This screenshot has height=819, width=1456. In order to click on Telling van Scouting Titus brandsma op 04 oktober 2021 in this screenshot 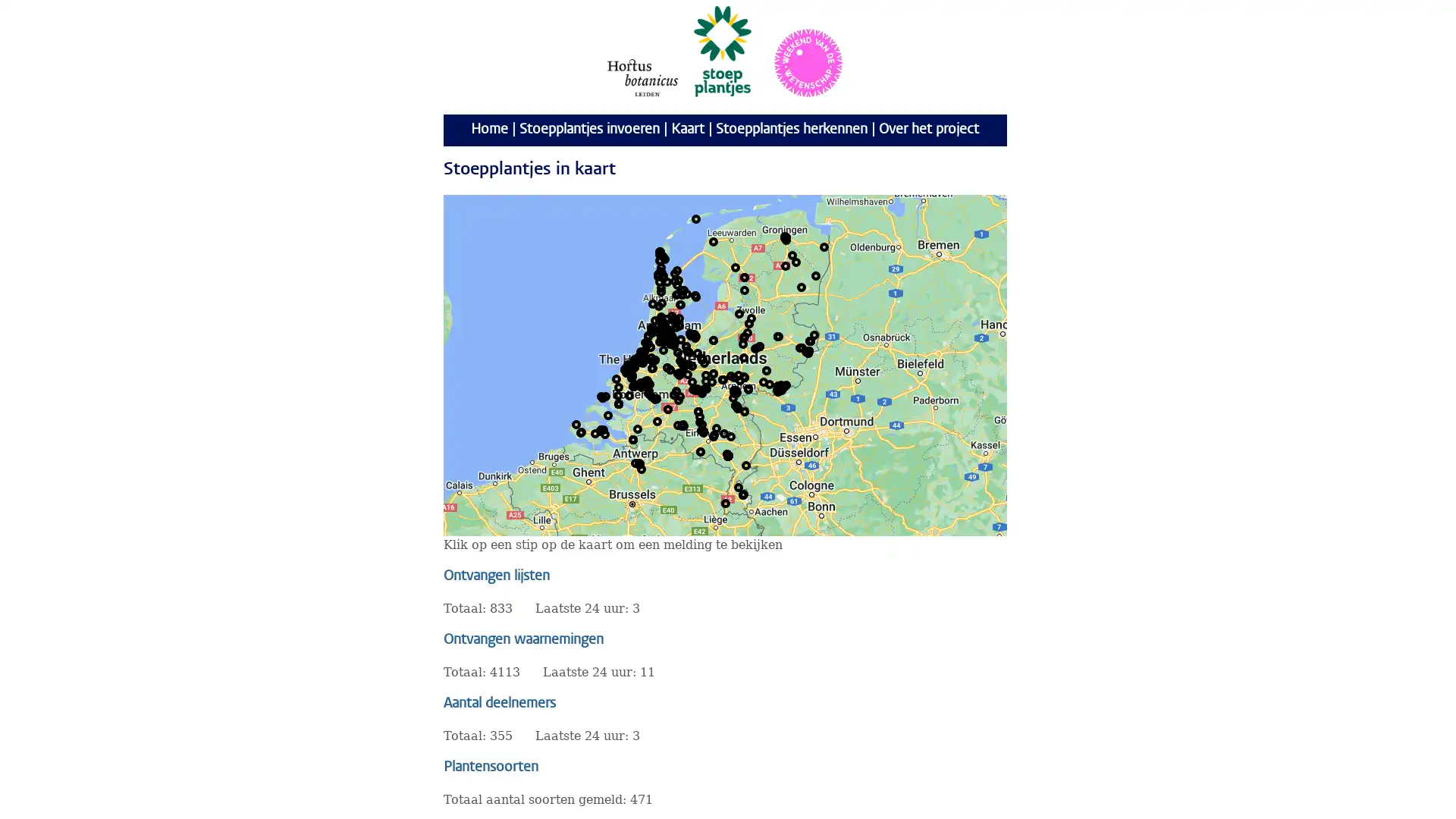, I will do `click(810, 339)`.